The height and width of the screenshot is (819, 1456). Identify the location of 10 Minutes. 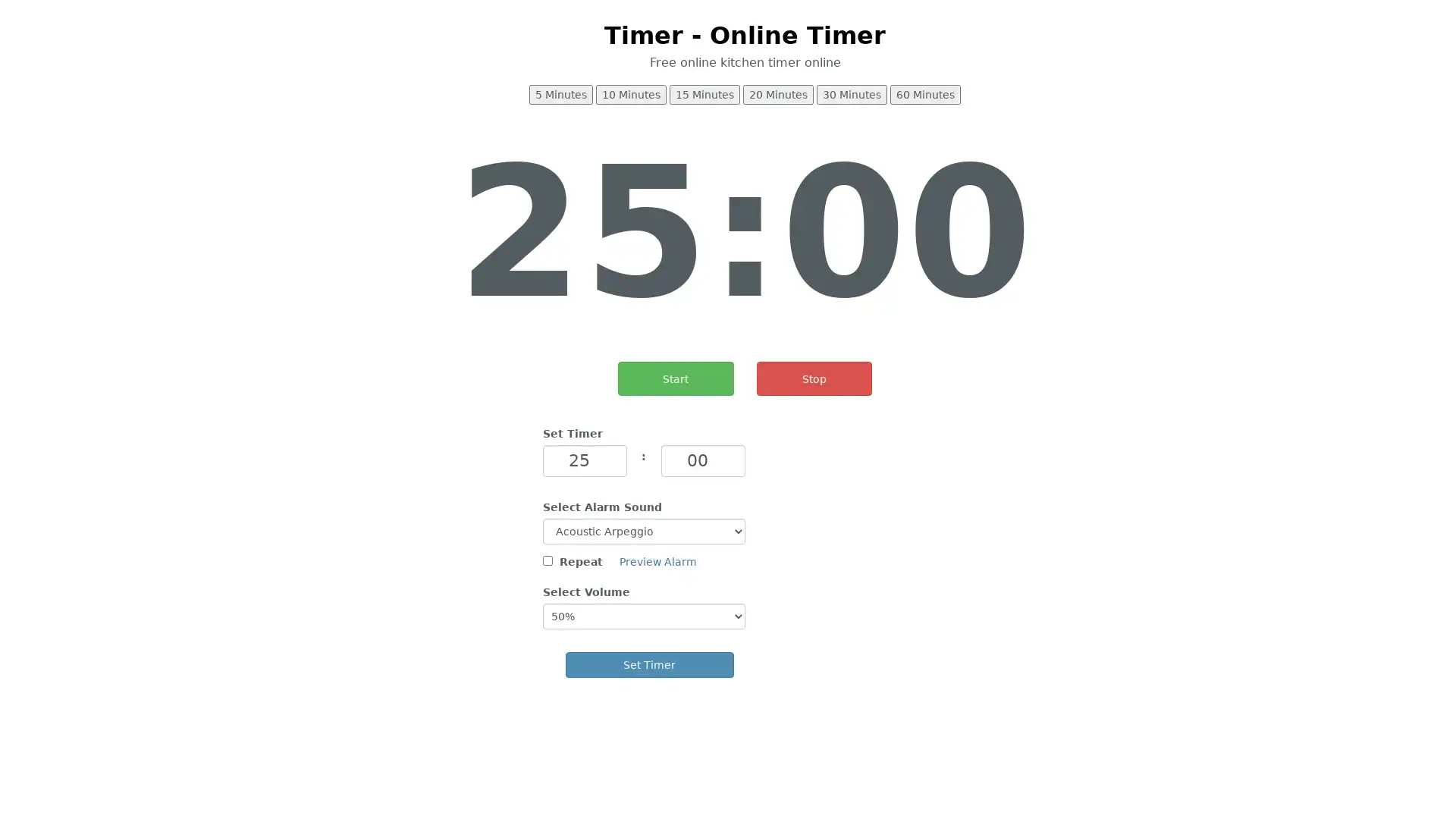
(631, 93).